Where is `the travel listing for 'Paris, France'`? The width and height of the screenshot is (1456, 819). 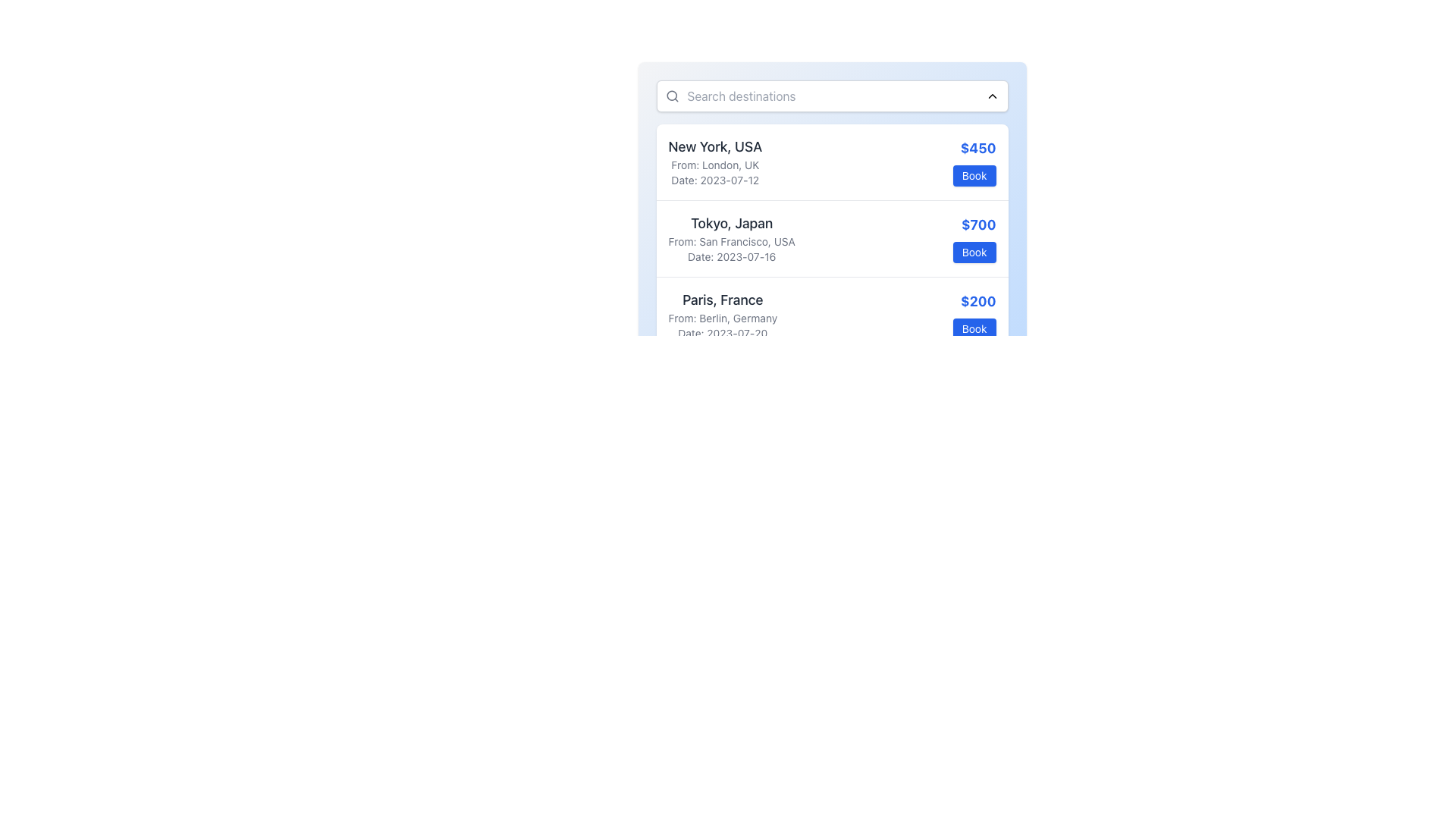 the travel listing for 'Paris, France' is located at coordinates (831, 314).